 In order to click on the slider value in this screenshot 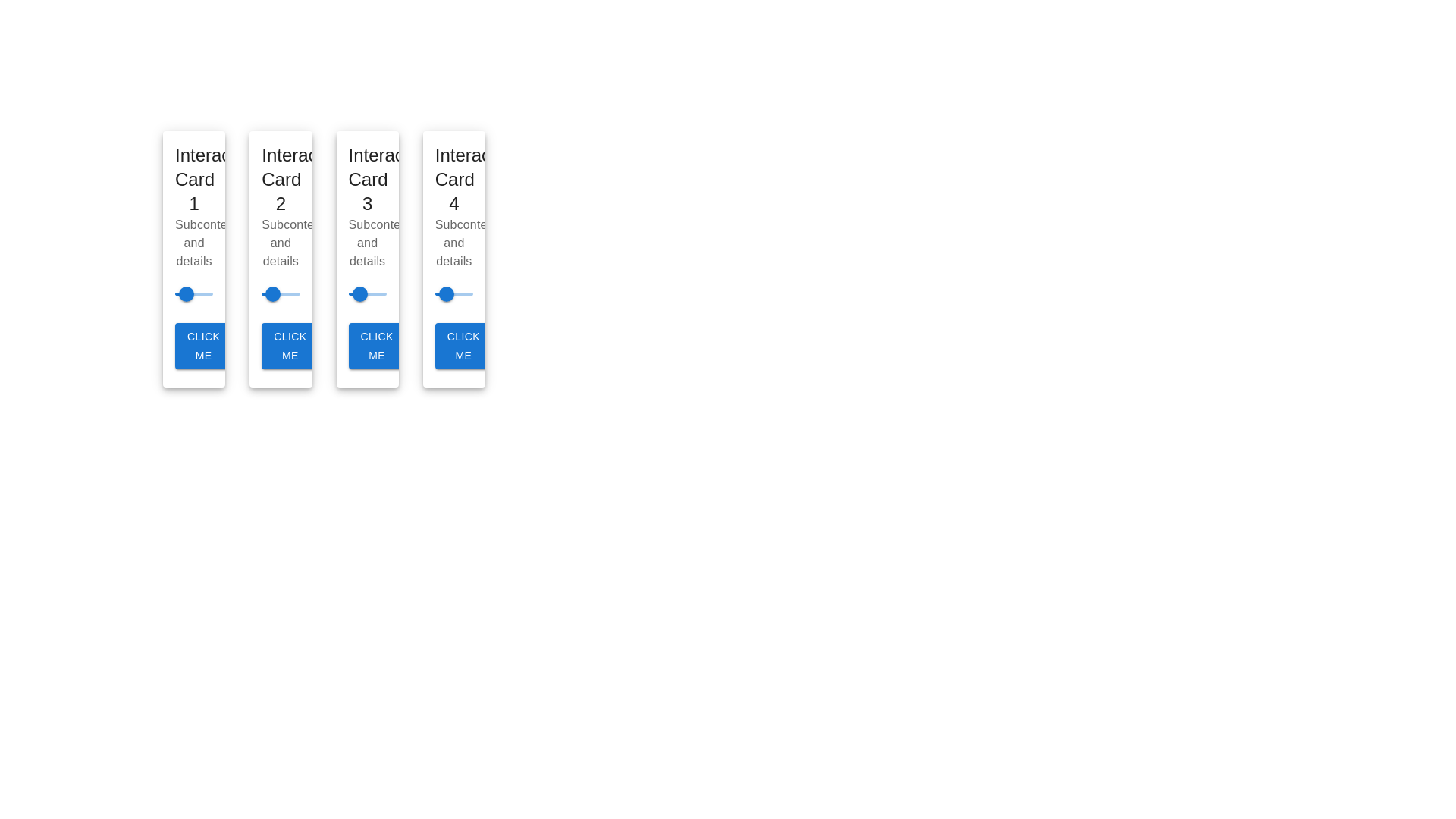, I will do `click(370, 294)`.